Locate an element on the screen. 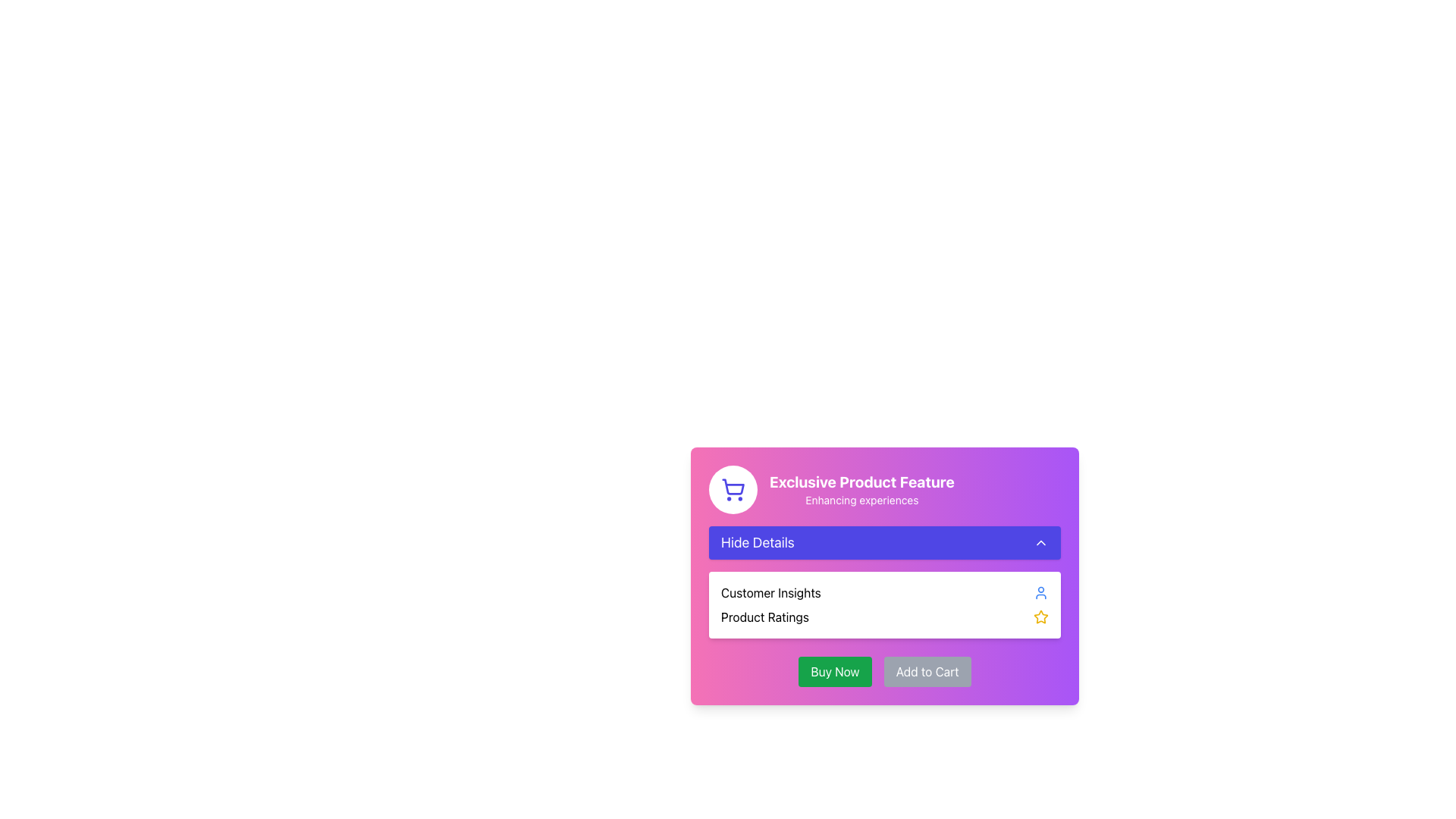 Image resolution: width=1456 pixels, height=819 pixels. the small upward-pointing chevron icon located at the far-right side of the 'Hide Details' button is located at coordinates (1040, 542).